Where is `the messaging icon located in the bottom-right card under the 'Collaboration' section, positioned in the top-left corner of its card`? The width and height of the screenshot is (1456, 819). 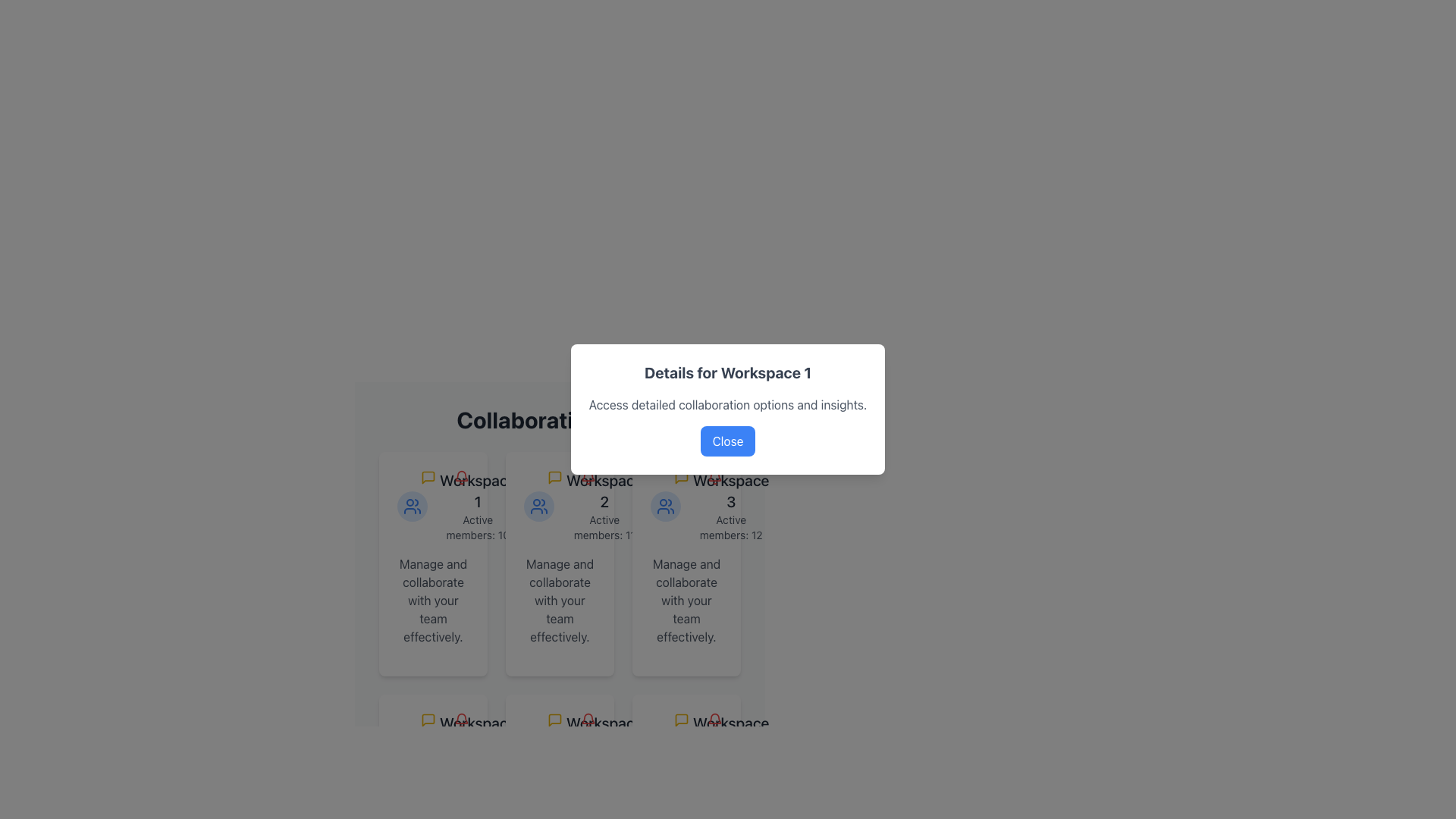
the messaging icon located in the bottom-right card under the 'Collaboration' section, positioned in the top-left corner of its card is located at coordinates (680, 719).